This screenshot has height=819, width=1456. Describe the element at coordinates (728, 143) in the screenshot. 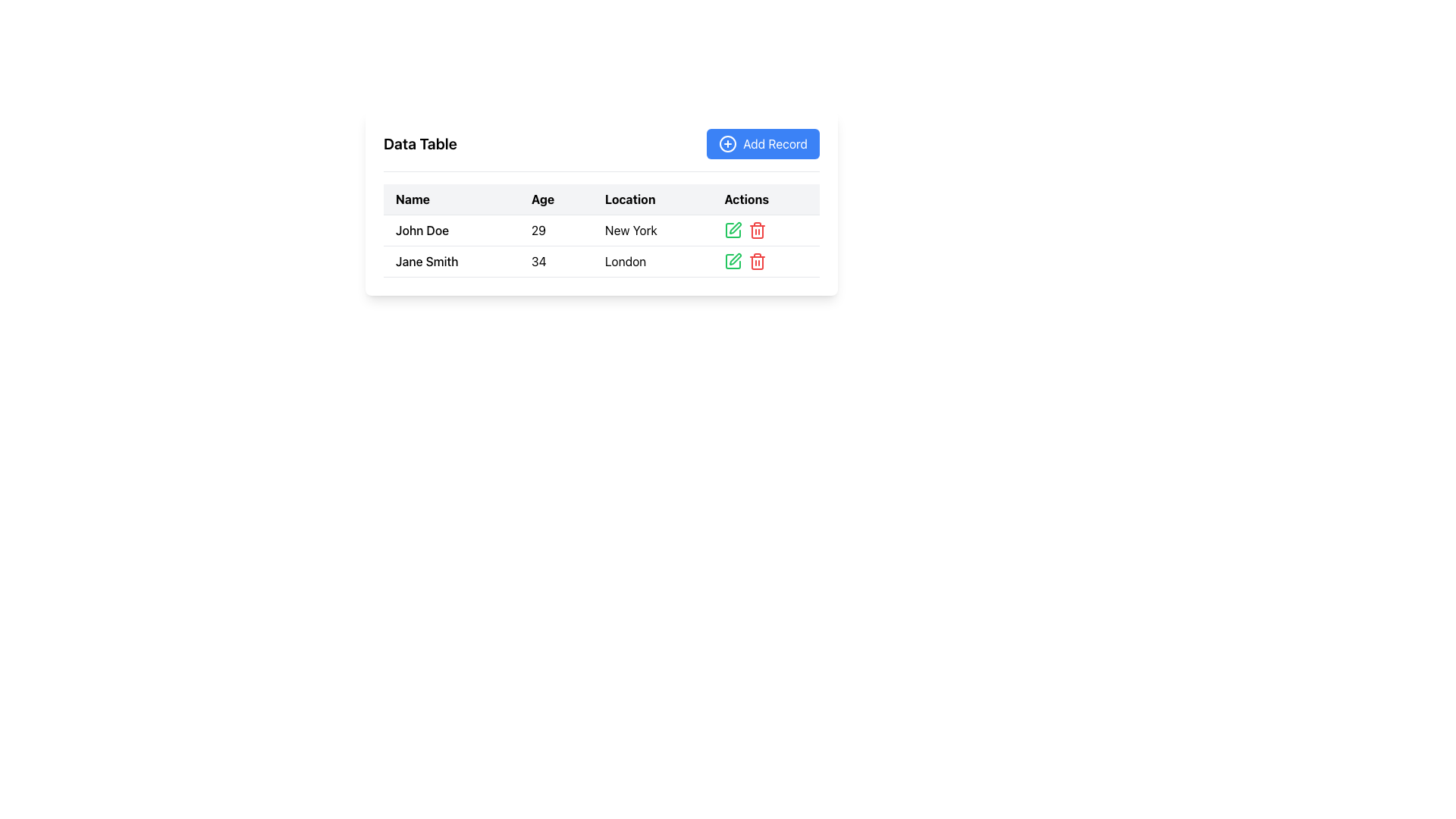

I see `the add record icon located to the left of the 'Add Record' button` at that location.